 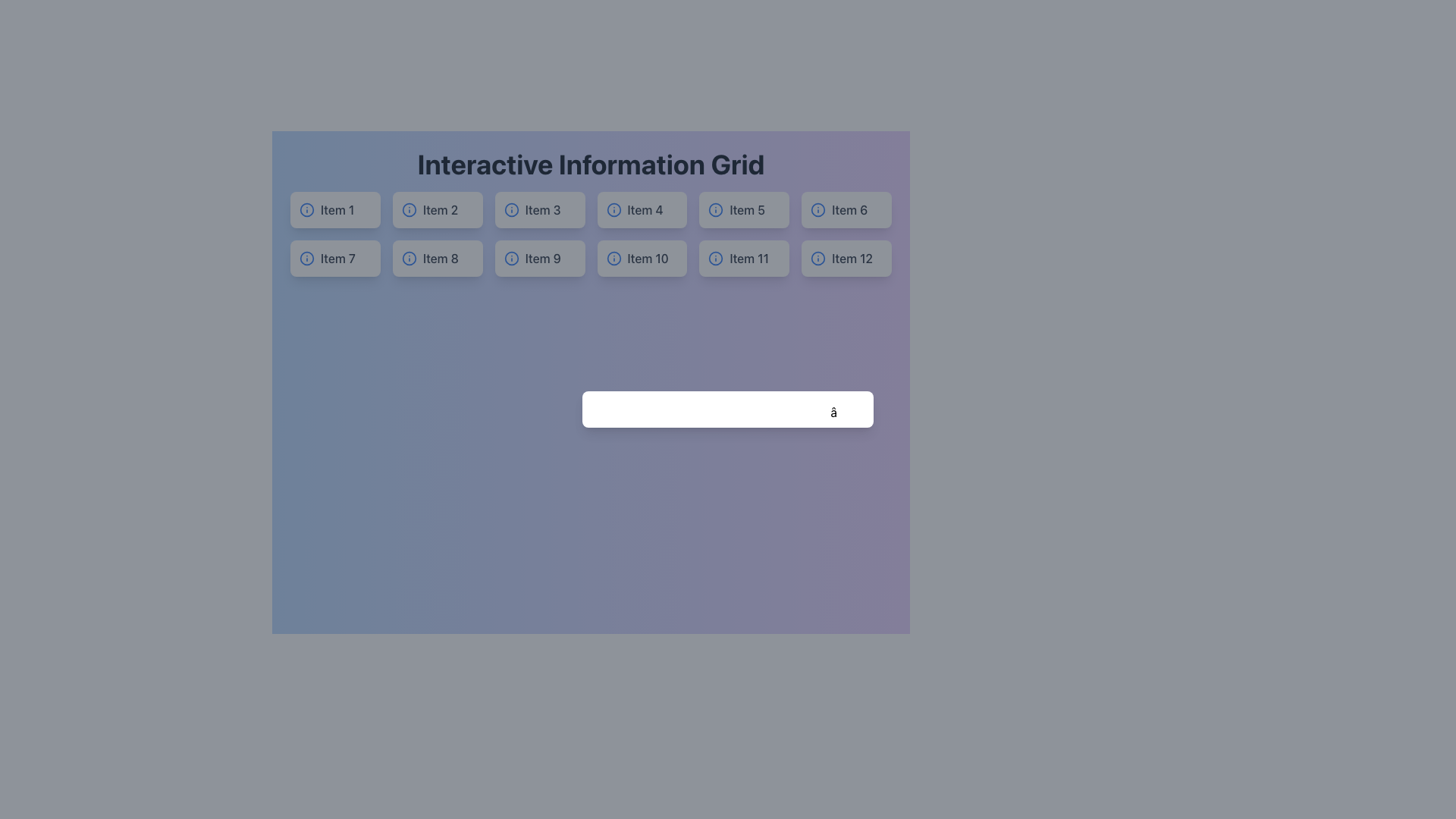 I want to click on the text label displaying 'Item 6', styled in gray color with medium boldness, located in the top right corner of the grid, to the immediate right of an informational icon, so click(x=849, y=210).